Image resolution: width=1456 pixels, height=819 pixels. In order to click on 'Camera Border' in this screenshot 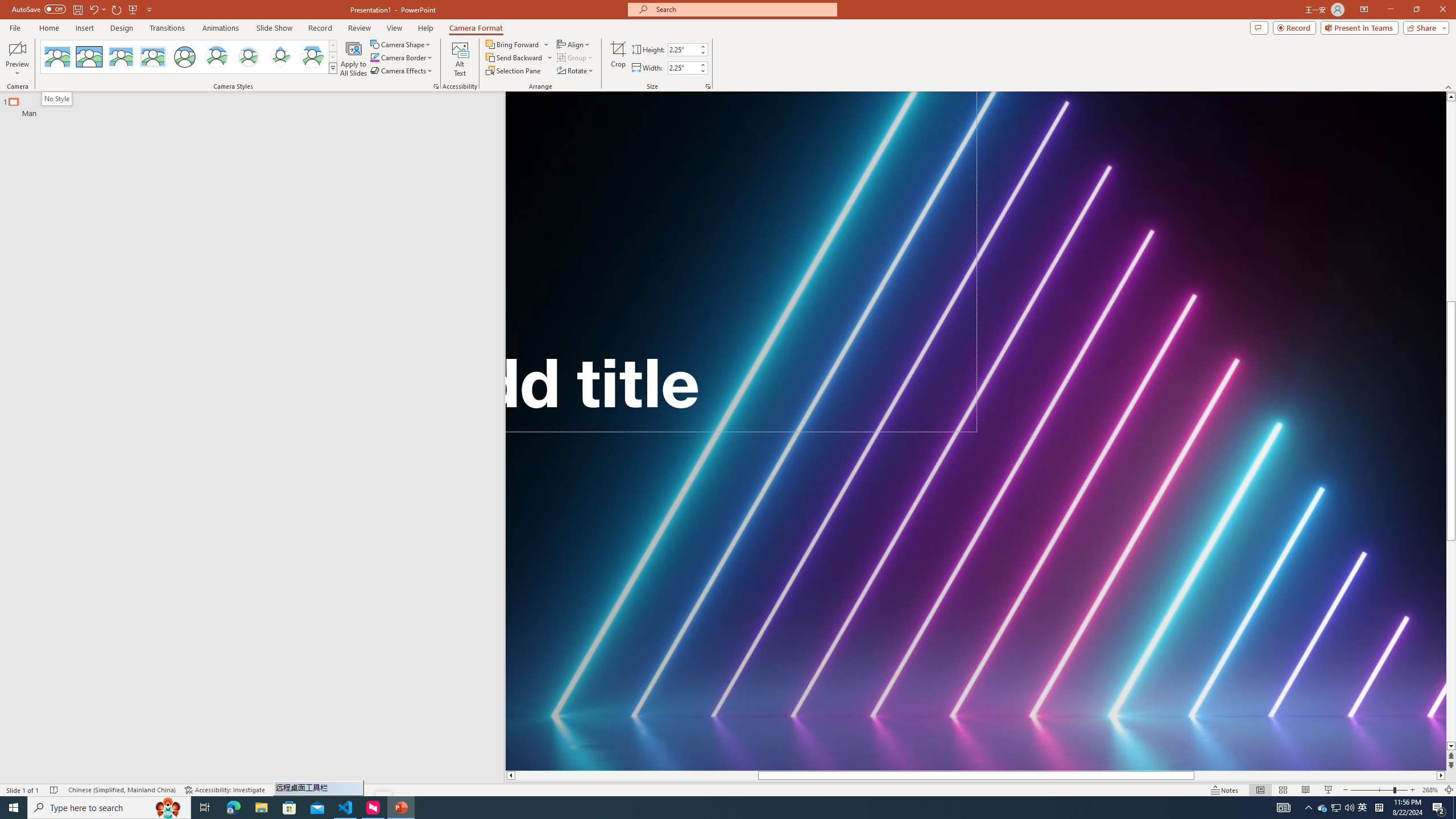, I will do `click(401, 56)`.